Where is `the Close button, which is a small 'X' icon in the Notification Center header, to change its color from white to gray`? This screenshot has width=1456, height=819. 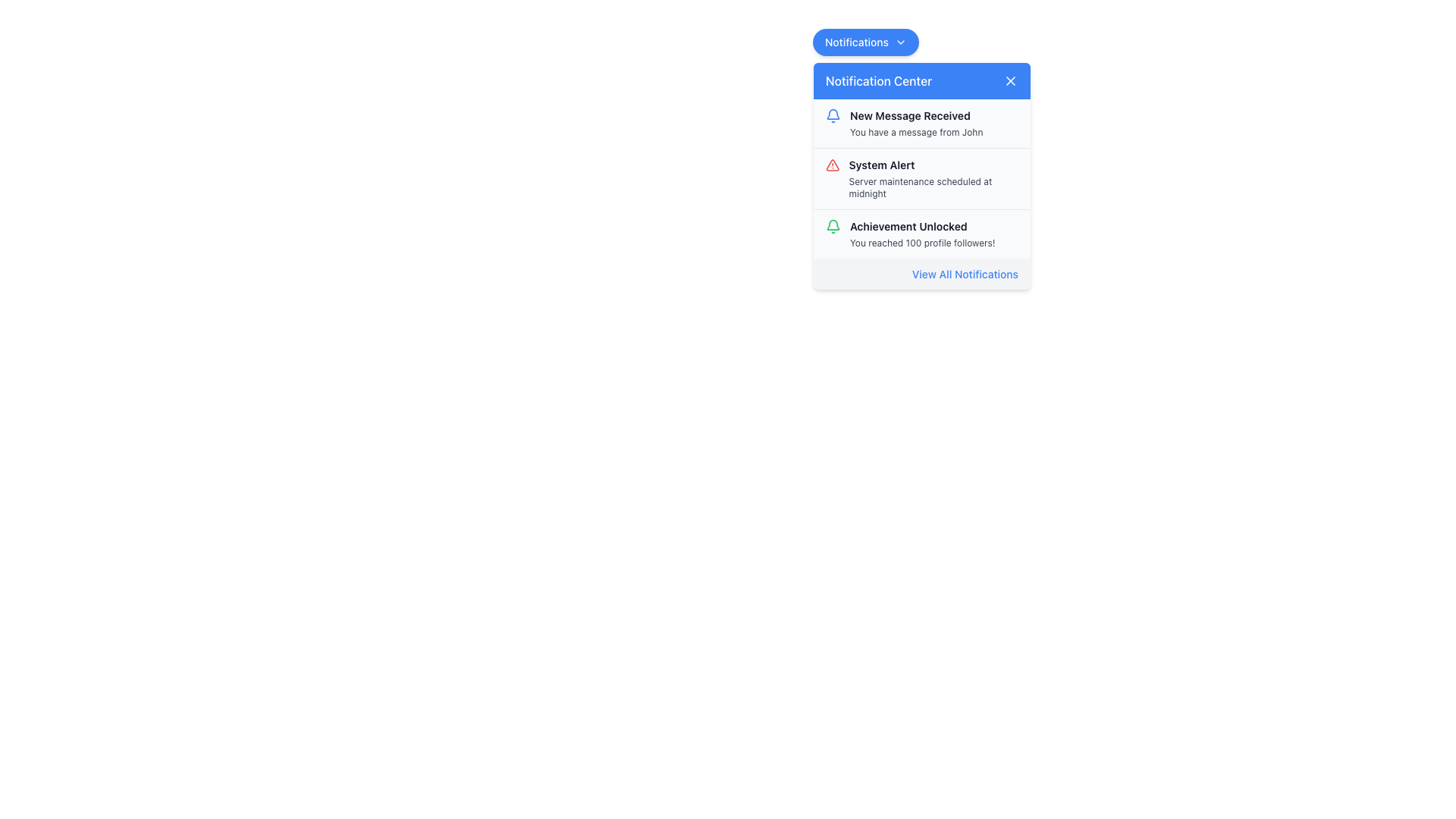 the Close button, which is a small 'X' icon in the Notification Center header, to change its color from white to gray is located at coordinates (1011, 81).